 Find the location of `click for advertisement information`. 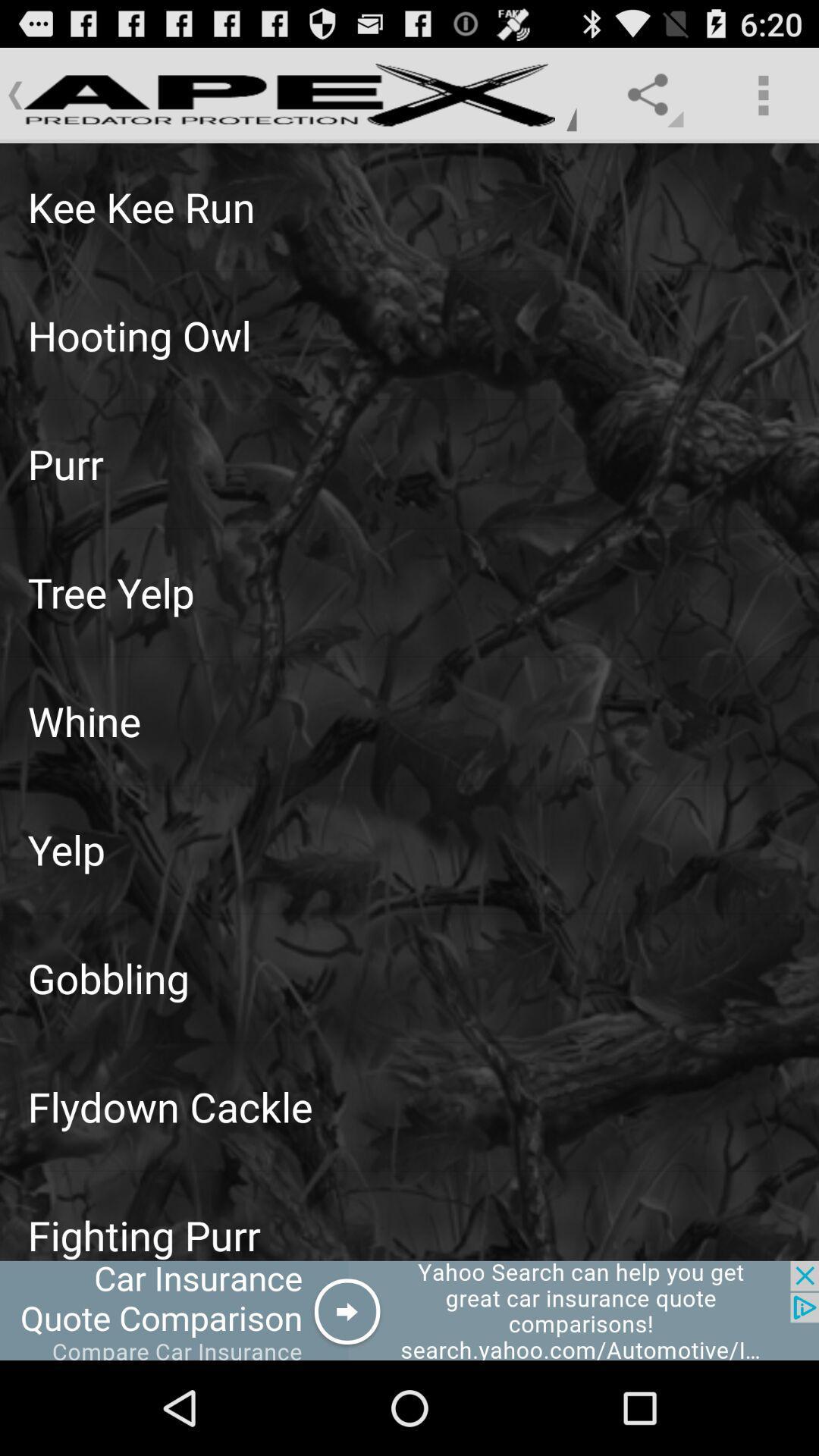

click for advertisement information is located at coordinates (409, 1310).